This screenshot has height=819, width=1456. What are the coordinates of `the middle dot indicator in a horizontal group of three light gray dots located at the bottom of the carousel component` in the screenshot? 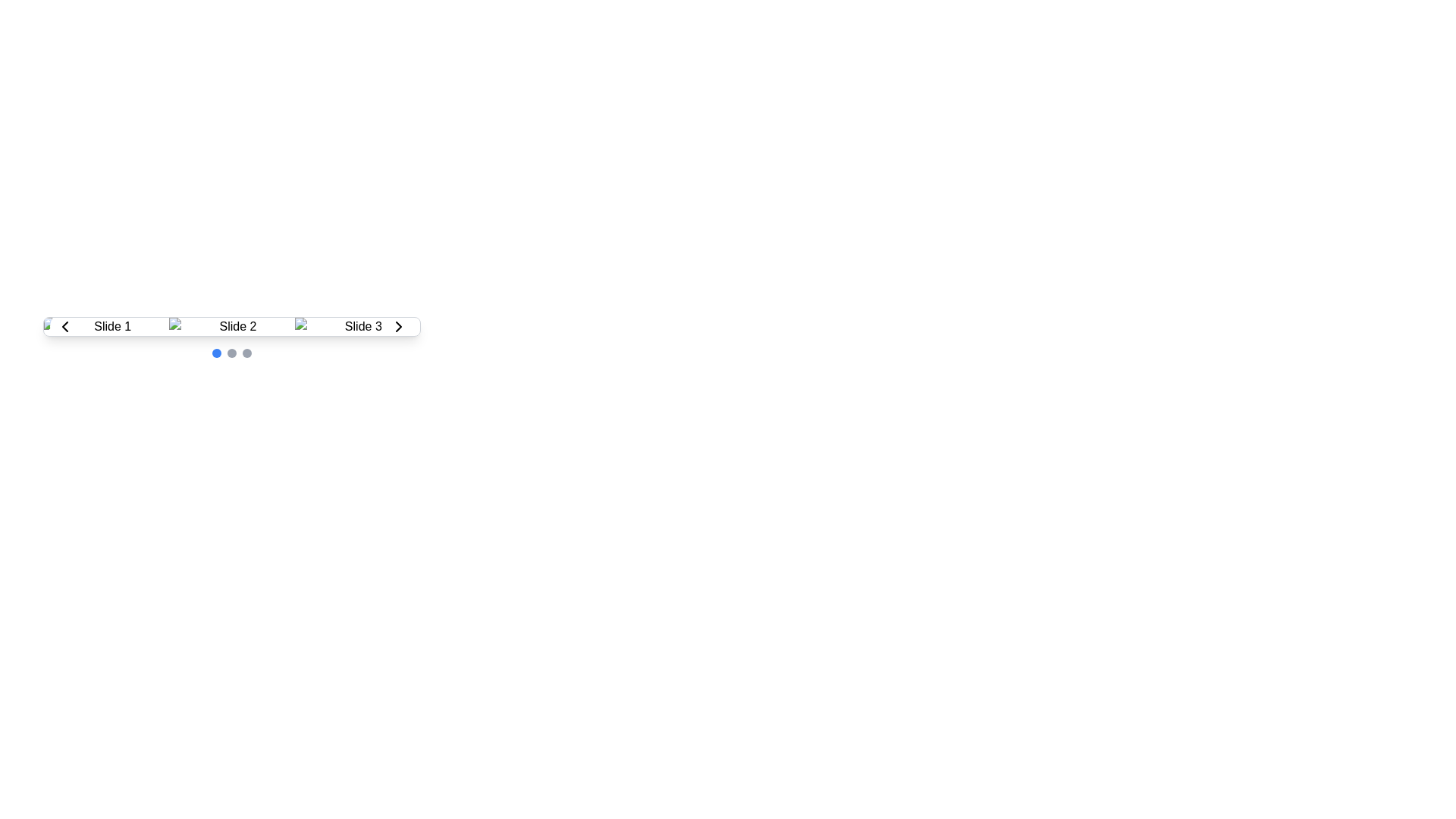 It's located at (231, 336).